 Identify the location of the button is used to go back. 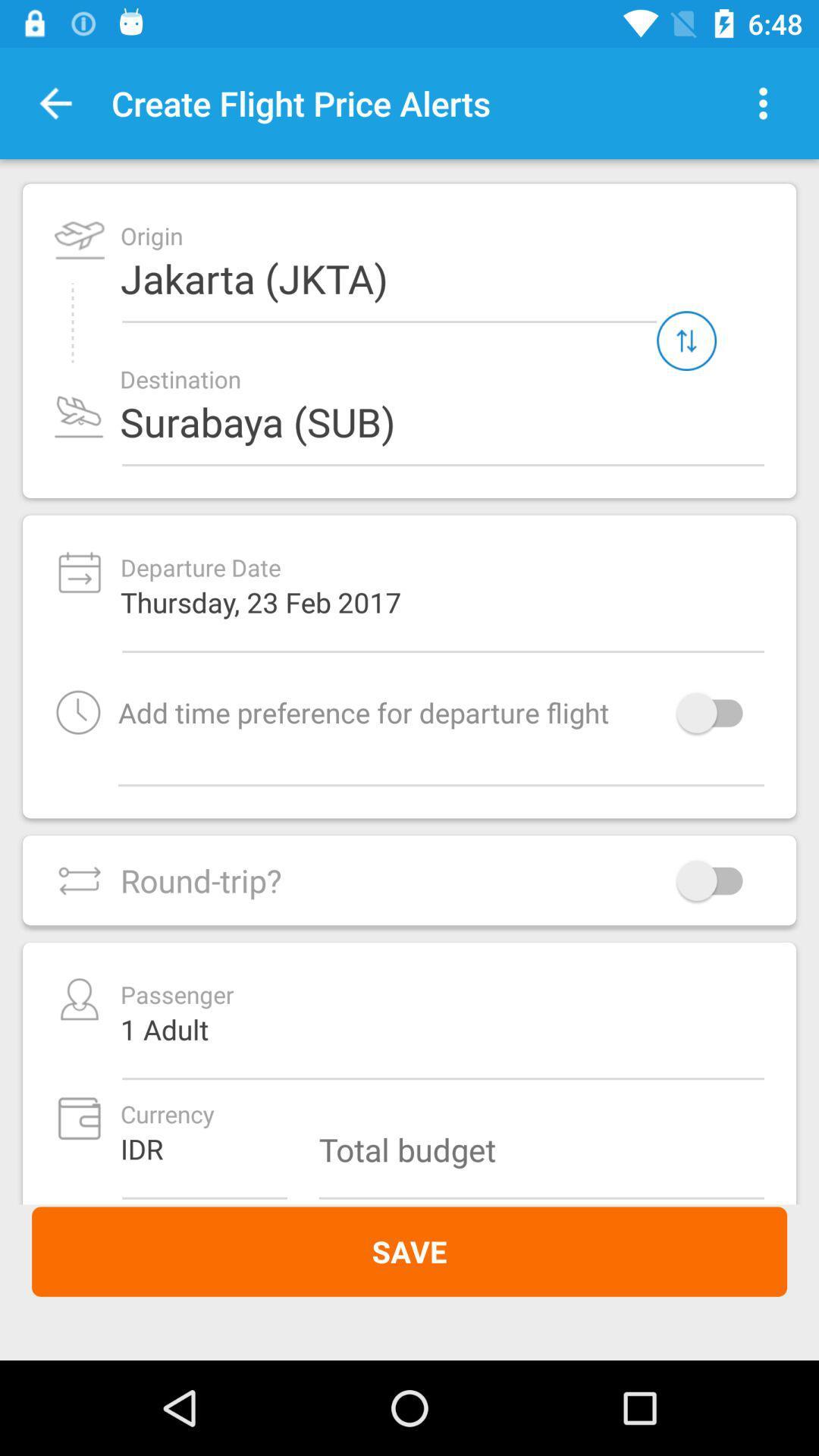
(55, 102).